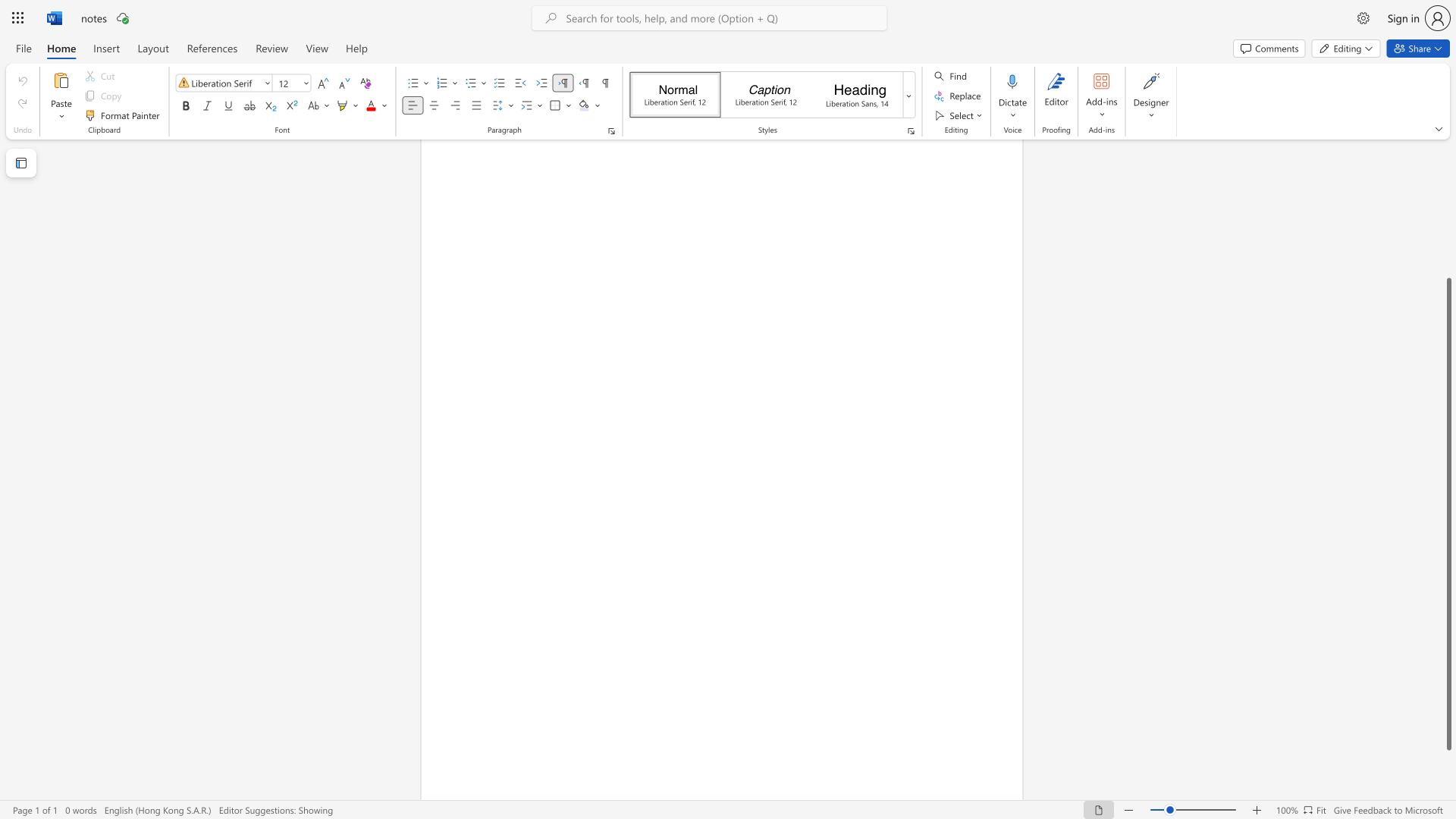  Describe the element at coordinates (1448, 249) in the screenshot. I see `the scrollbar to move the view up` at that location.